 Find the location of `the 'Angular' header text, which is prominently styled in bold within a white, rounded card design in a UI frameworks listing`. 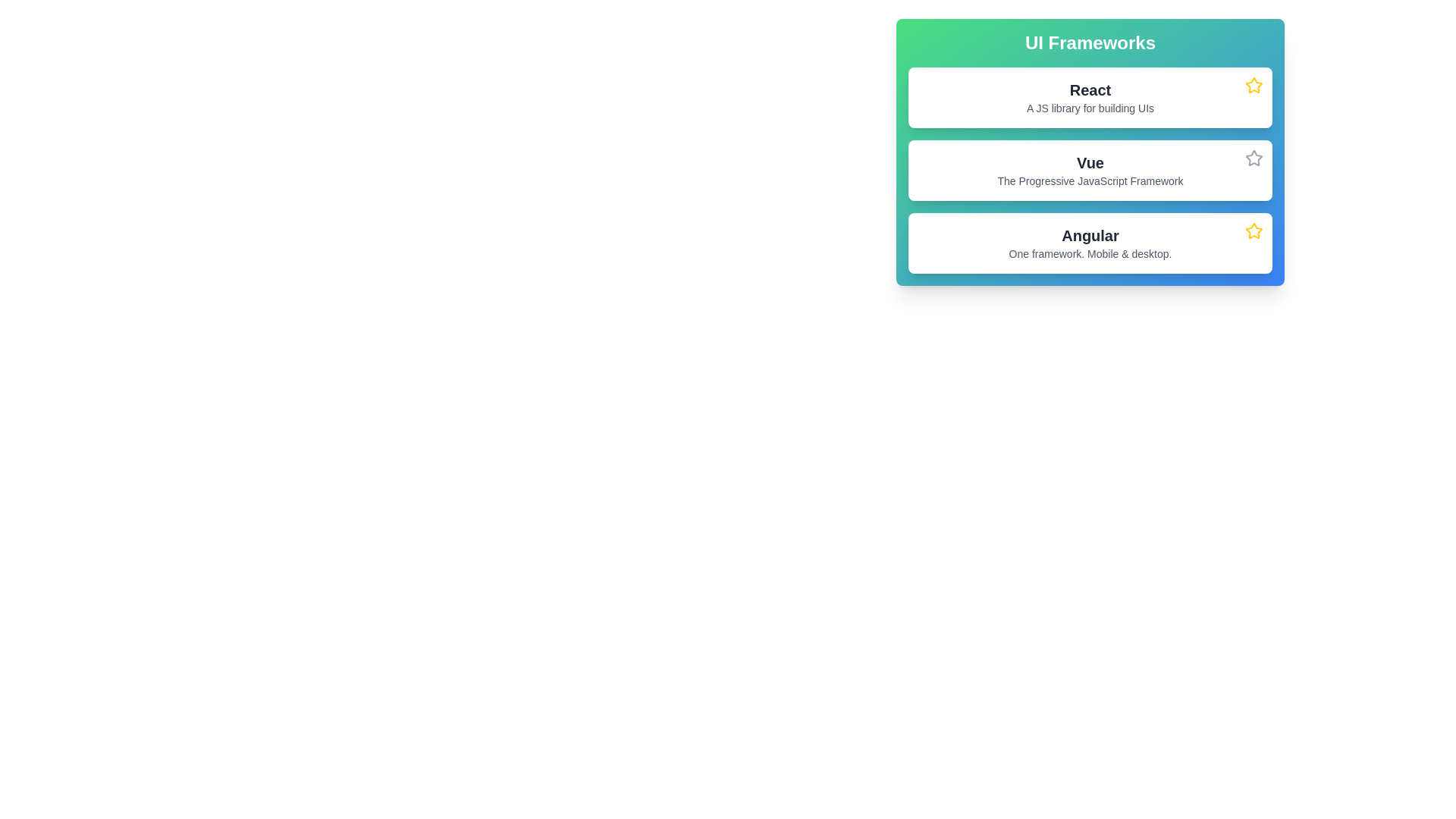

the 'Angular' header text, which is prominently styled in bold within a white, rounded card design in a UI frameworks listing is located at coordinates (1090, 236).